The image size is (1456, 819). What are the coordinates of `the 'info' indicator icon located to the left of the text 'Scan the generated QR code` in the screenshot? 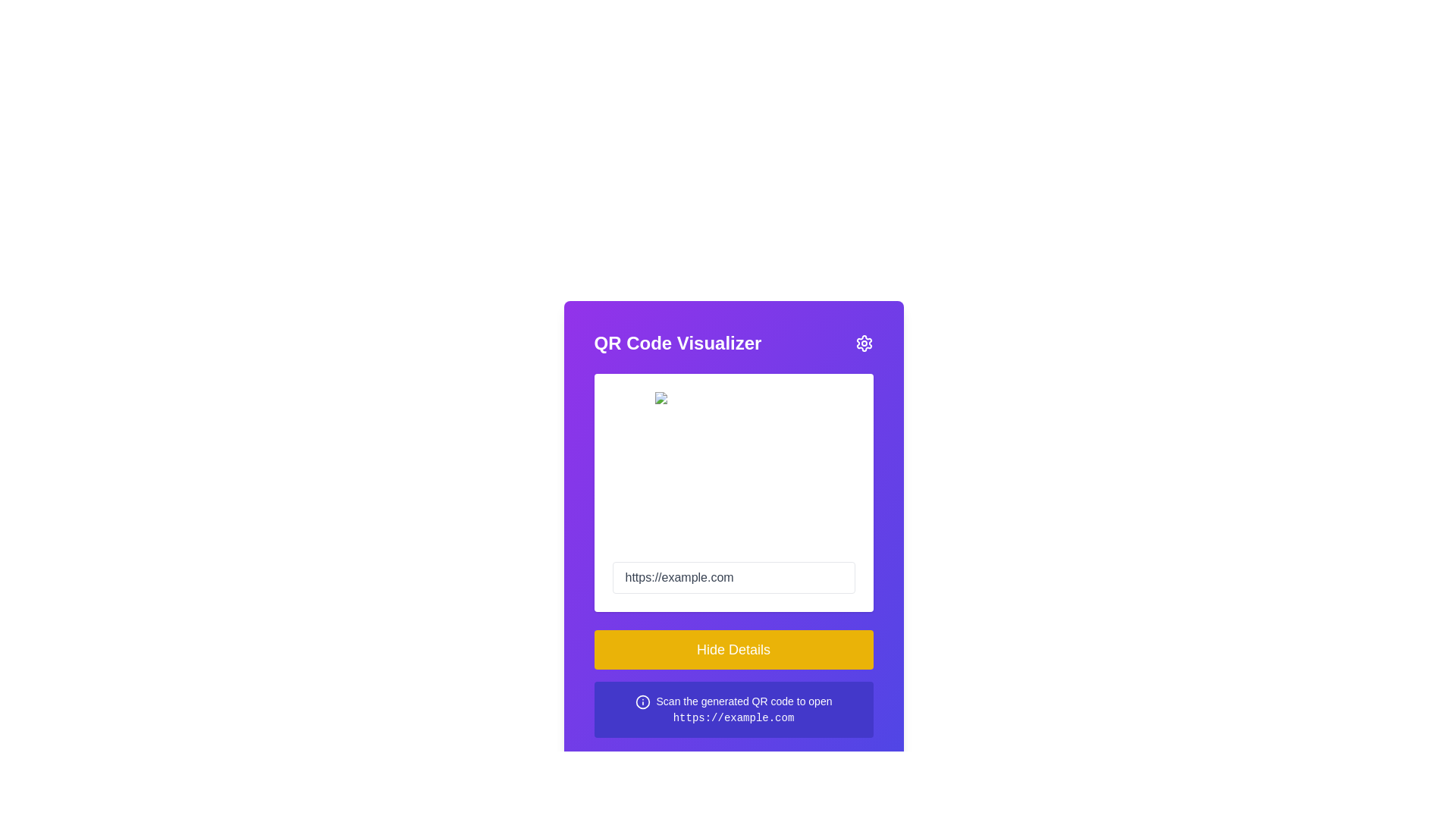 It's located at (642, 702).